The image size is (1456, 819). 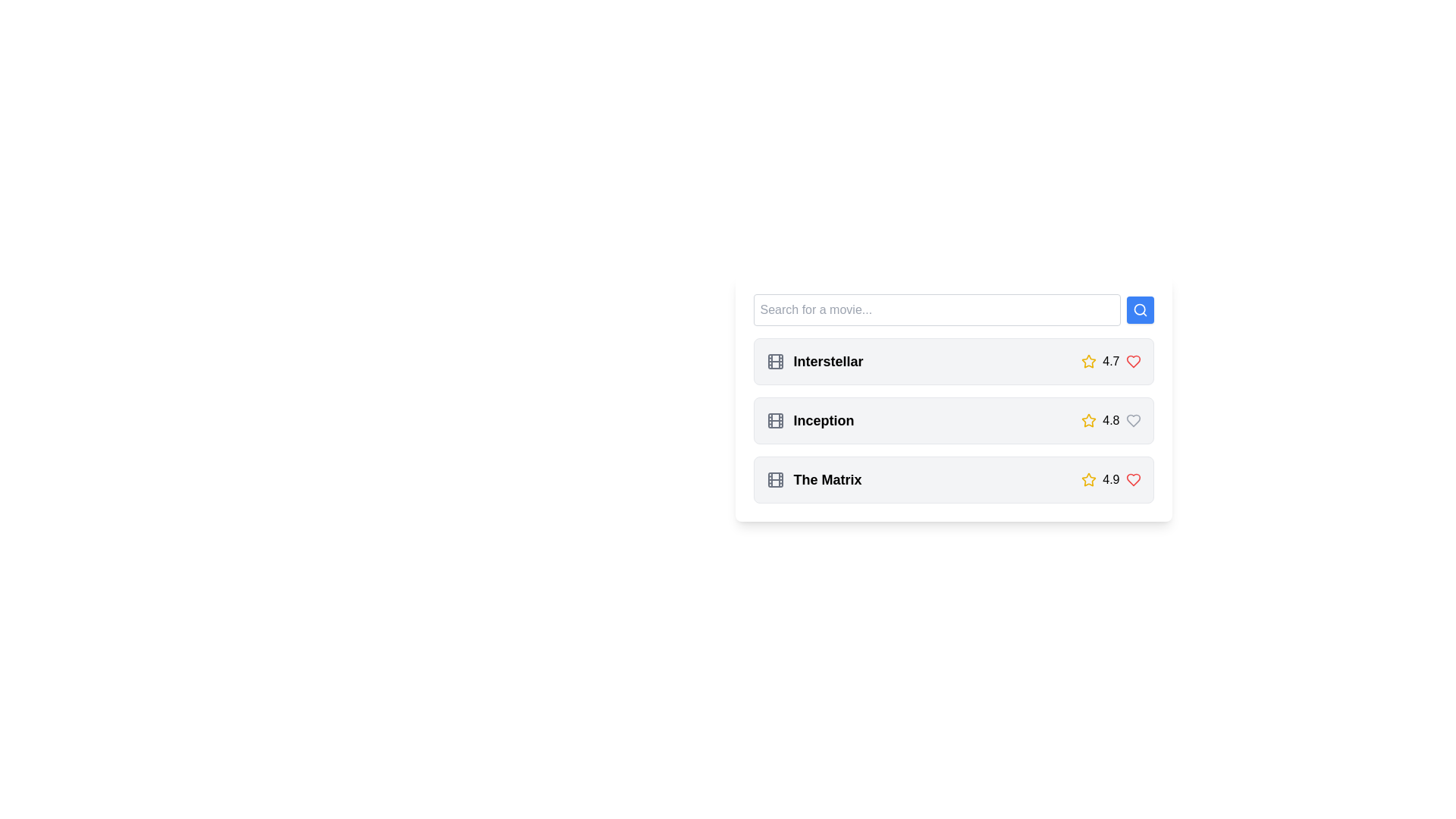 I want to click on the heart icon button located on the right side of the row labeled '4.9' to mark the associated item as a favorite, so click(x=1133, y=479).